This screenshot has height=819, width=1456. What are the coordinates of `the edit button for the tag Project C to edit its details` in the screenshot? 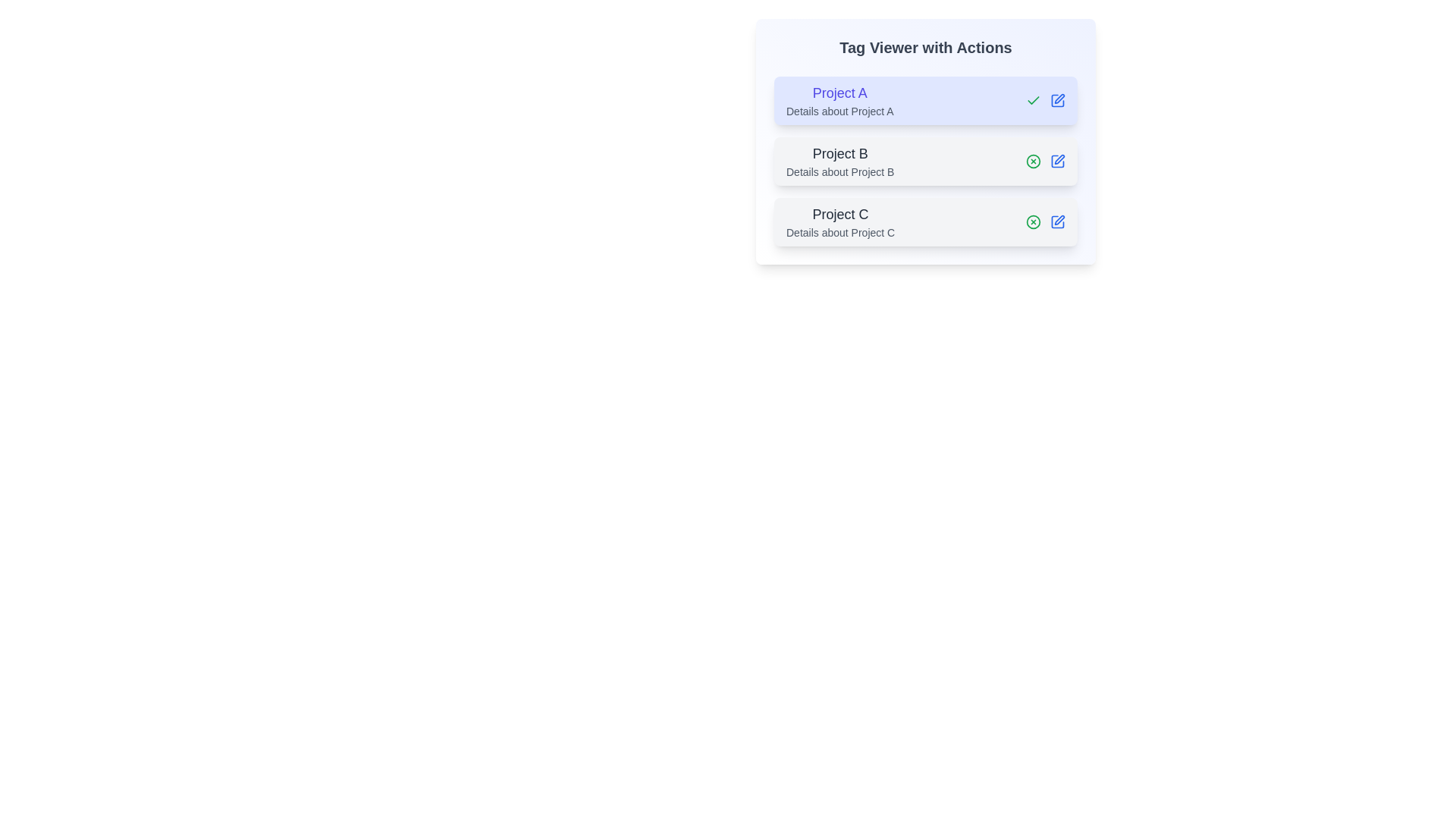 It's located at (1057, 222).